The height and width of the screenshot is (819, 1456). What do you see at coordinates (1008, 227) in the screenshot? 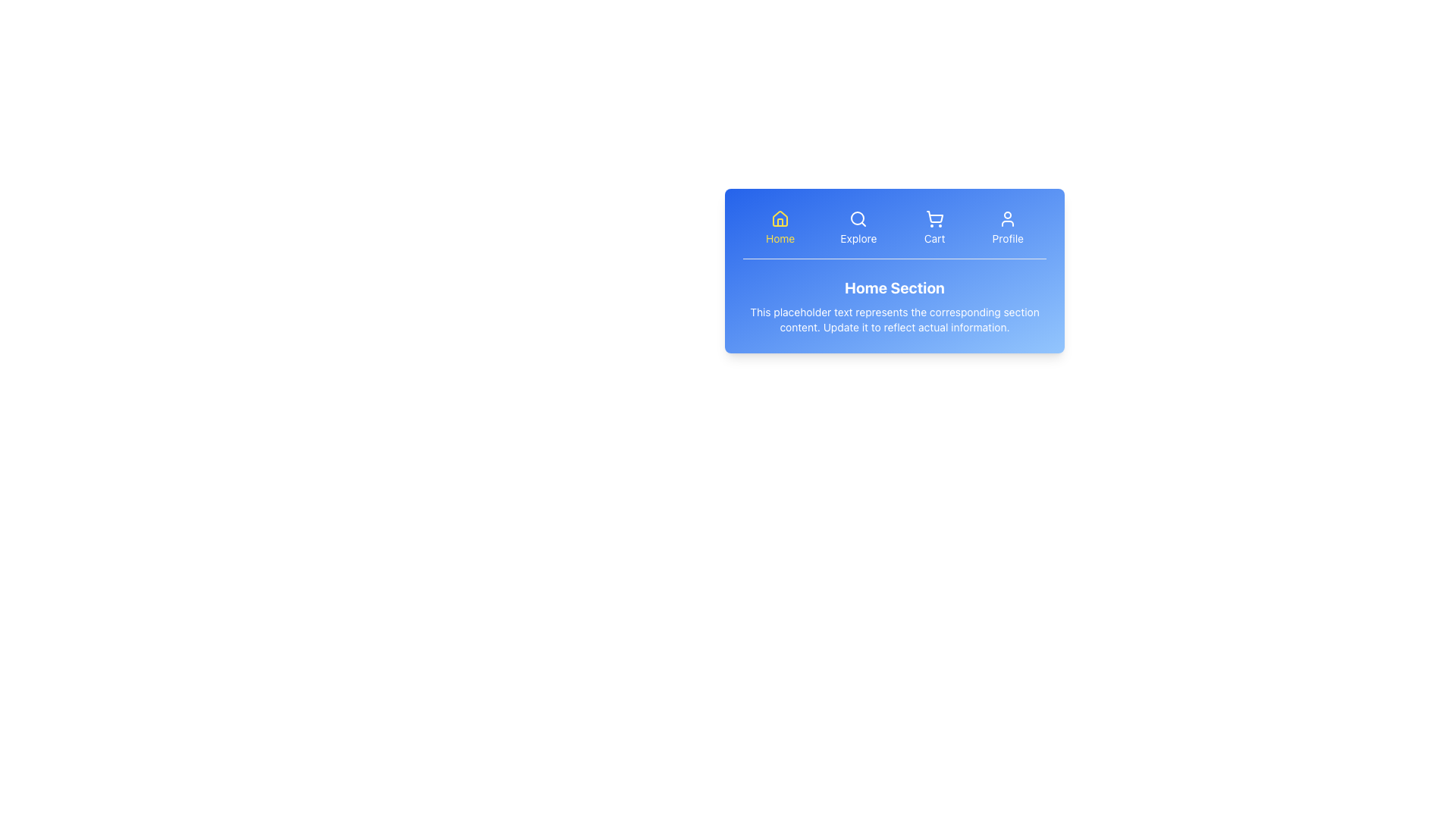
I see `the 'Profile' button in the navigation bar` at bounding box center [1008, 227].